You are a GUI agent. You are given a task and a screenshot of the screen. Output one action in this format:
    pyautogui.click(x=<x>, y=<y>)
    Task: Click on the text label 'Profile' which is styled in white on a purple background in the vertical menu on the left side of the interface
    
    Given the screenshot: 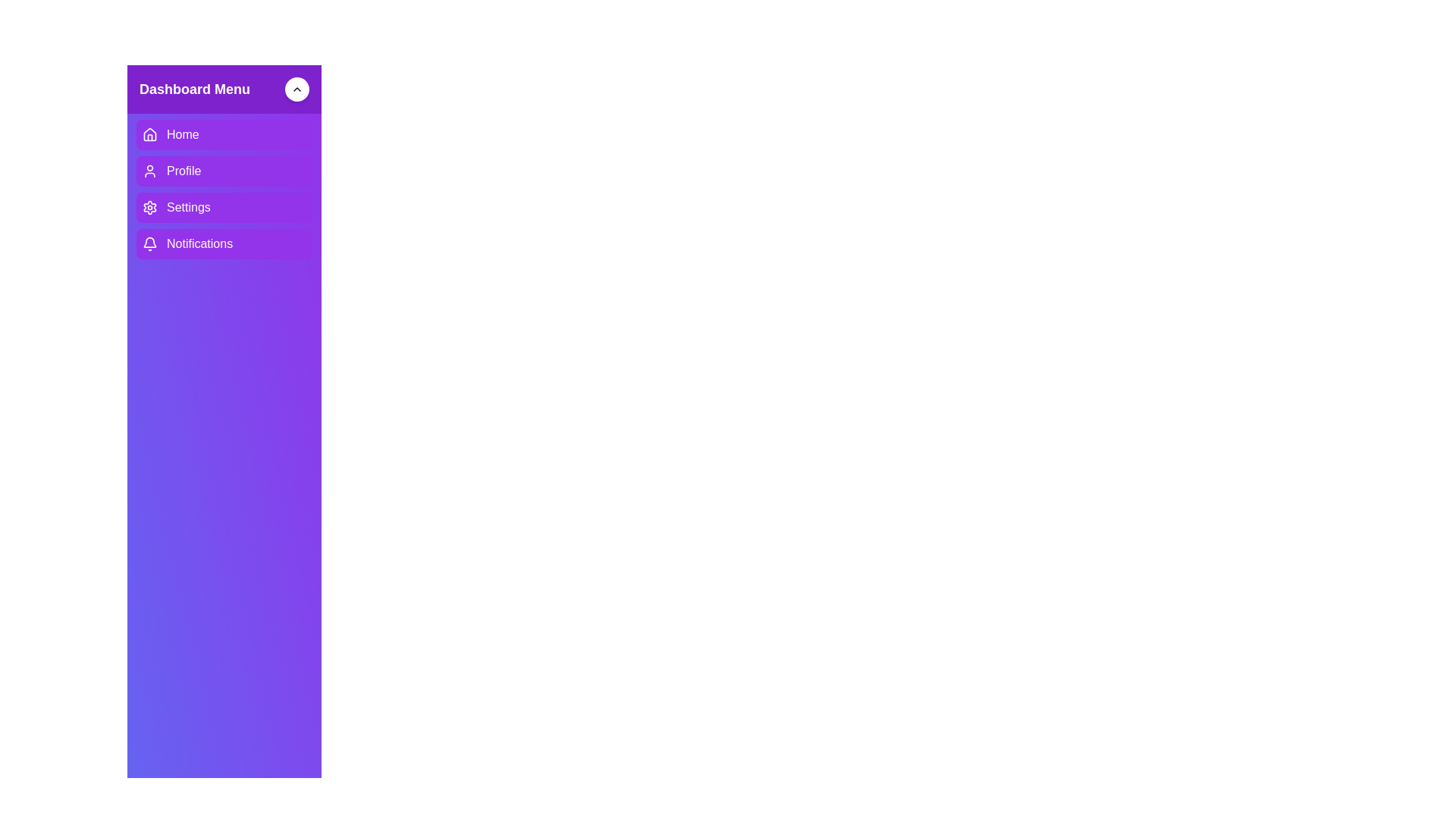 What is the action you would take?
    pyautogui.click(x=183, y=171)
    